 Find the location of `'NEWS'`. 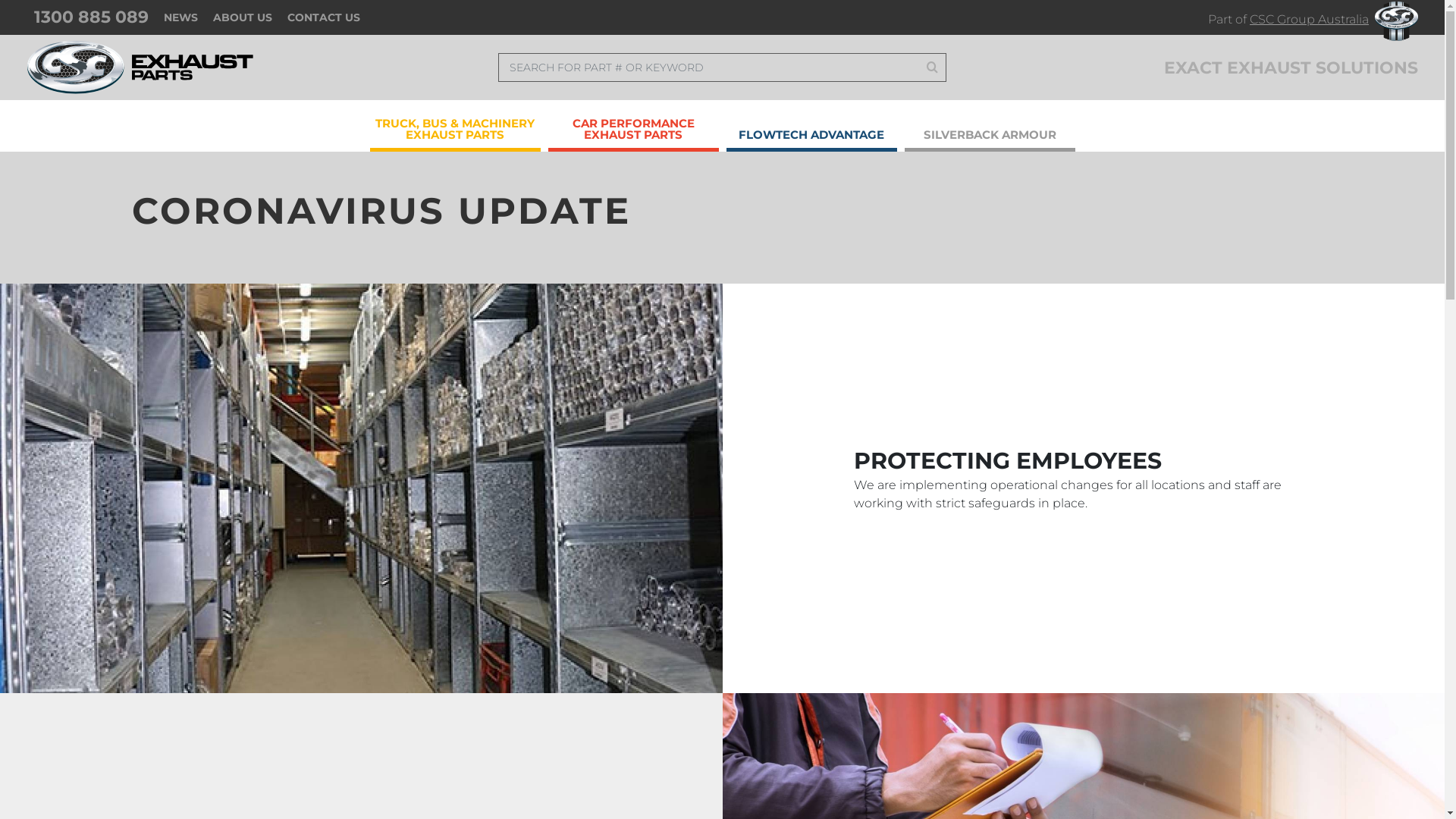

'NEWS' is located at coordinates (180, 17).